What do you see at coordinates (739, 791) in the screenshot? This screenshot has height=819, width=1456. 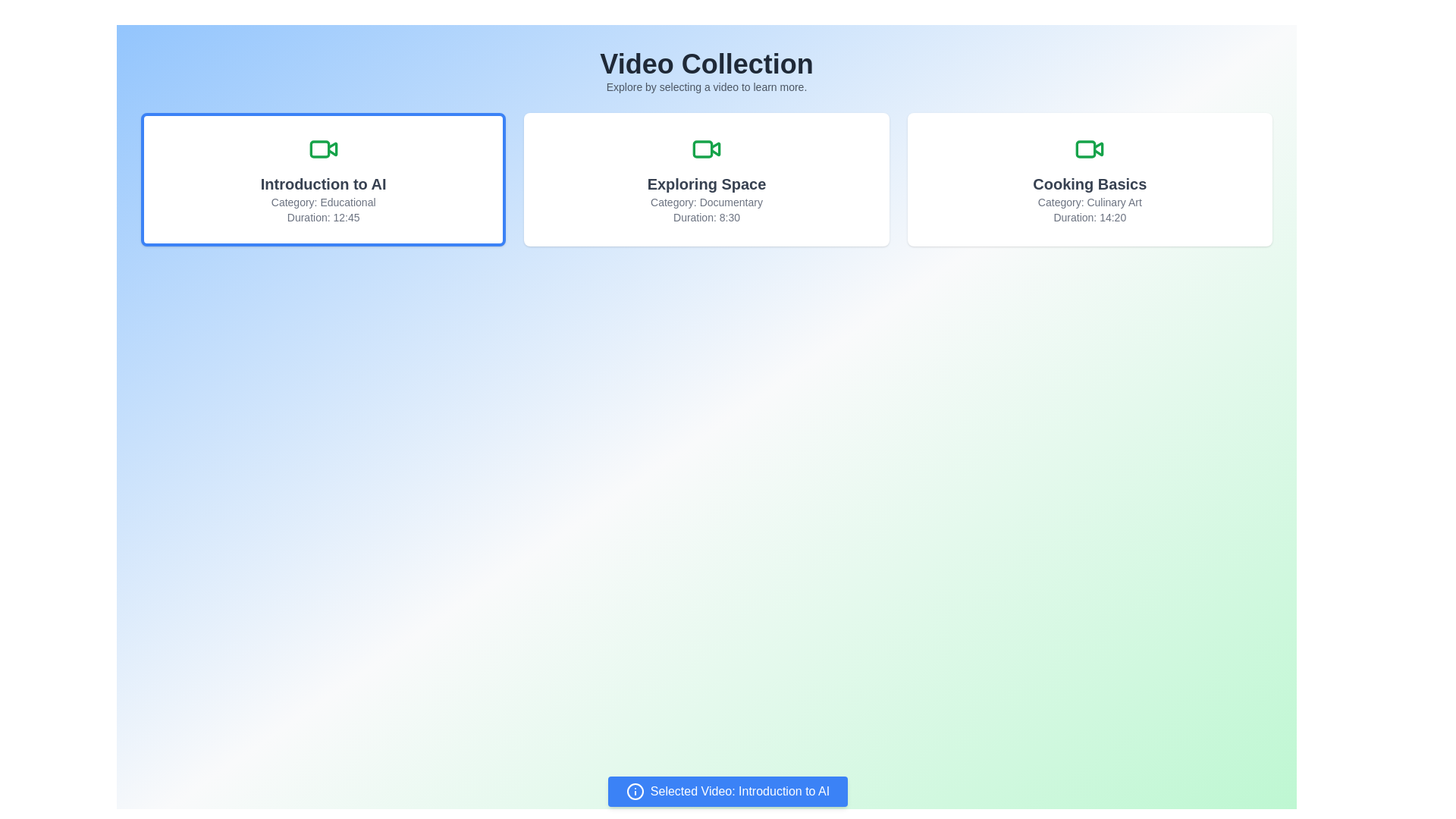 I see `the text label displaying information about the currently selected video, located at the bottom-center of the interface within a blue bar` at bounding box center [739, 791].